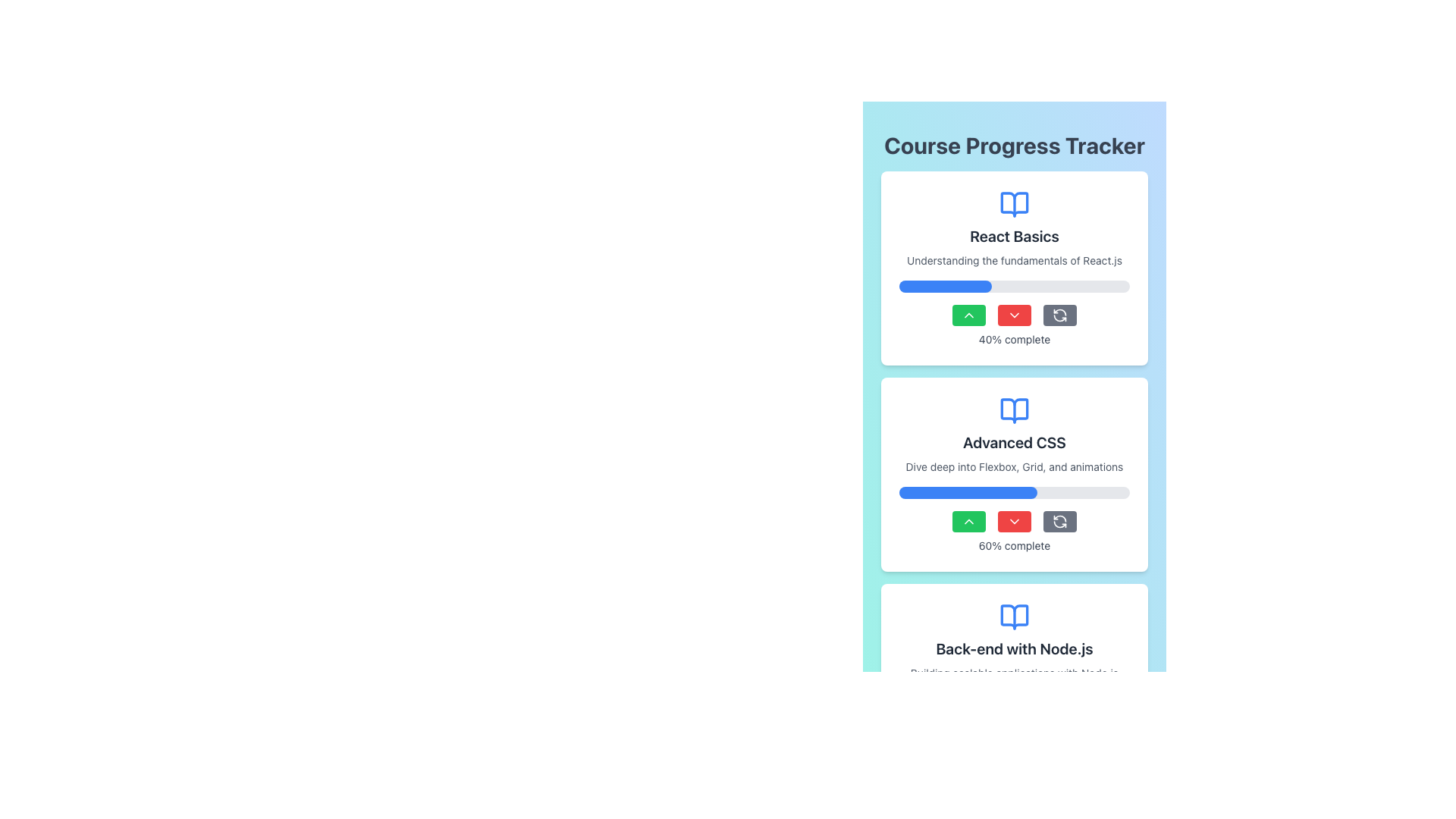 Image resolution: width=1456 pixels, height=819 pixels. I want to click on the gray button with a refresh icon located to the rightmost side of the row under 'Advanced CSS' to reset, so click(1059, 520).